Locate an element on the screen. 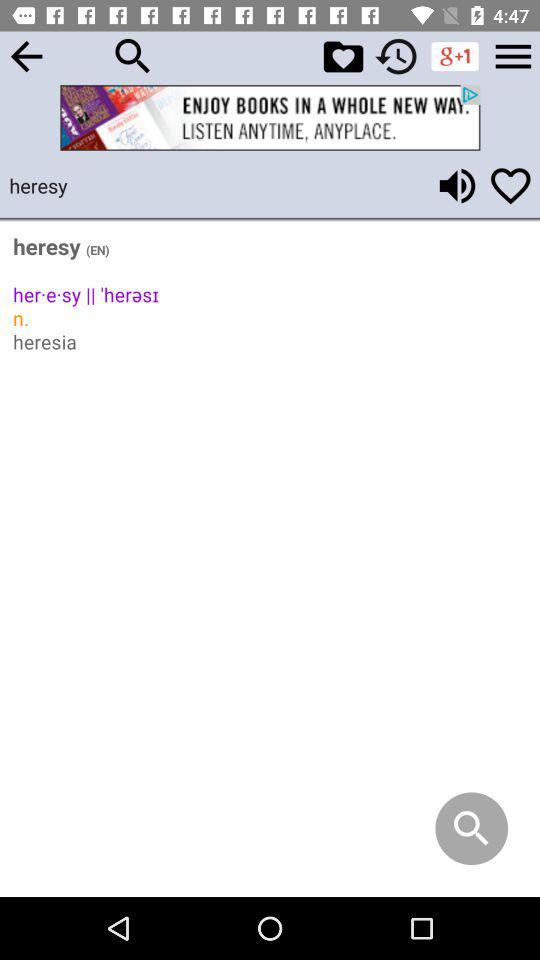 The height and width of the screenshot is (960, 540). the folder icon is located at coordinates (342, 55).